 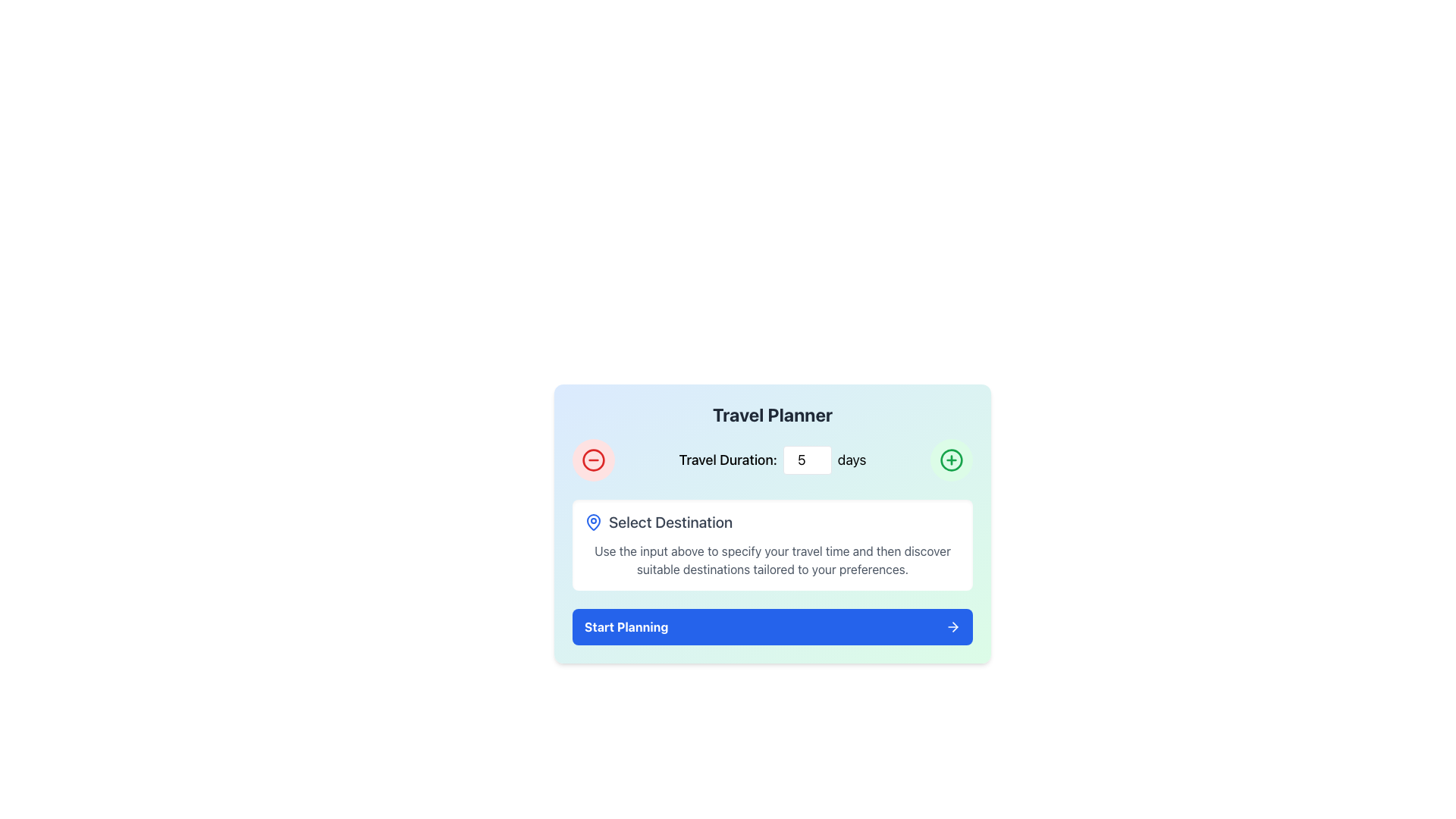 I want to click on the rightward pointing arrow icon within the small square button with a blue background, located to the right of the 'Start Planning' text, so click(x=952, y=626).